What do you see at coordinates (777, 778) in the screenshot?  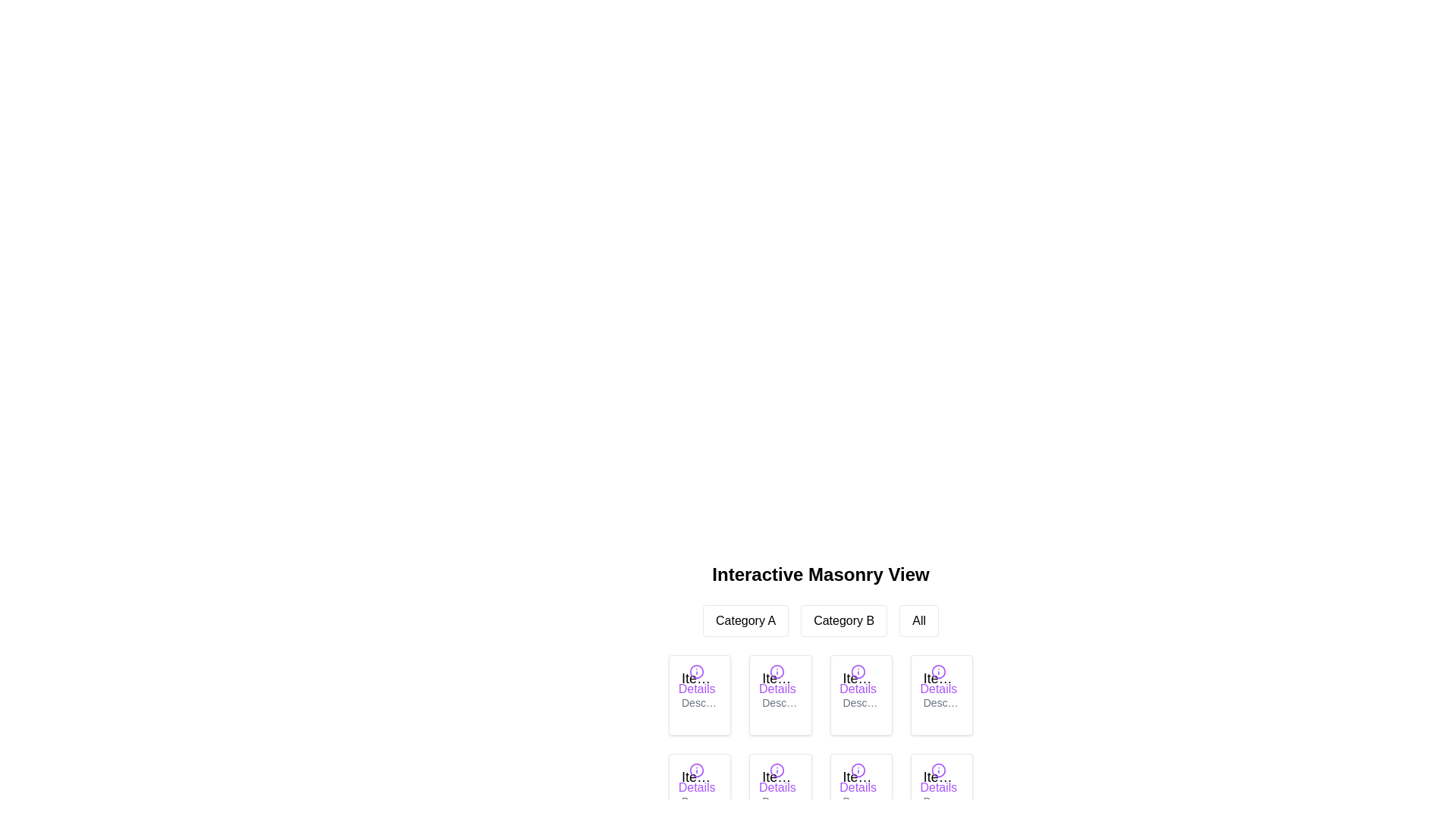 I see `the 'Details' button with an info icon on its left side, located in the top-right corner of the 'Item 6' card` at bounding box center [777, 778].